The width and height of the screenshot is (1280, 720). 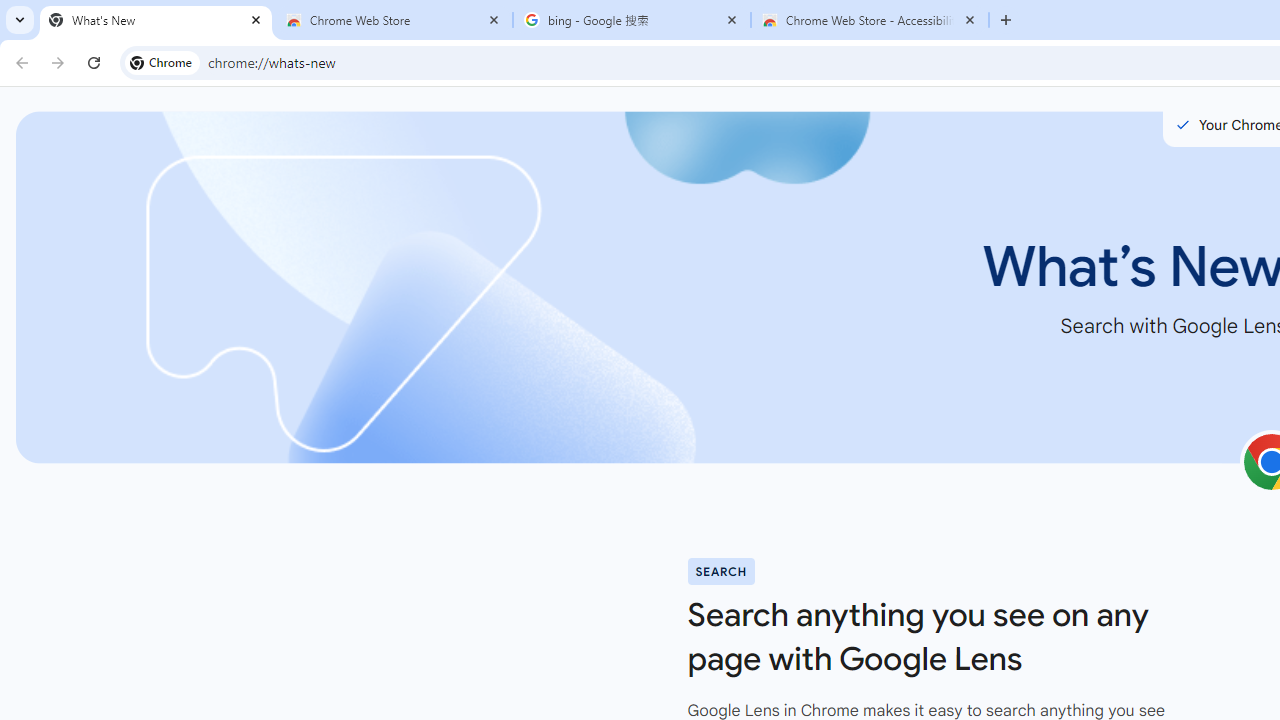 What do you see at coordinates (155, 20) in the screenshot?
I see `'What'` at bounding box center [155, 20].